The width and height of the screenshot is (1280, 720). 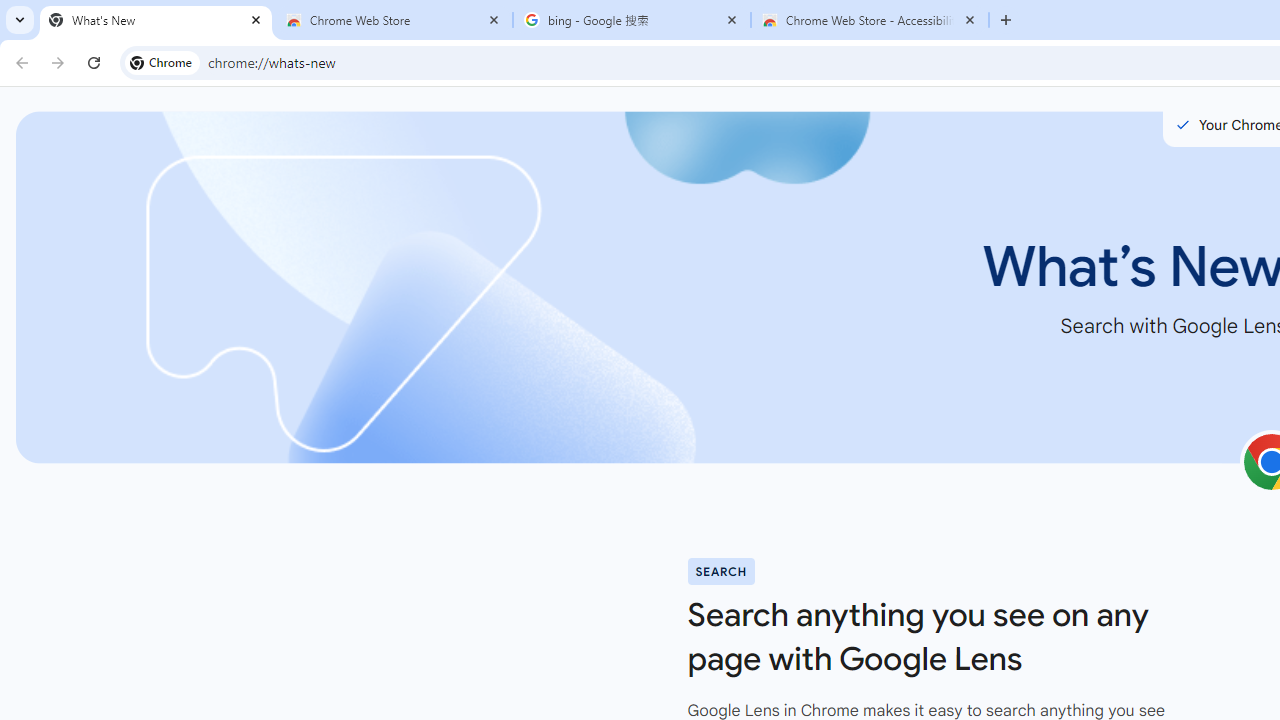 What do you see at coordinates (155, 20) in the screenshot?
I see `'What'` at bounding box center [155, 20].